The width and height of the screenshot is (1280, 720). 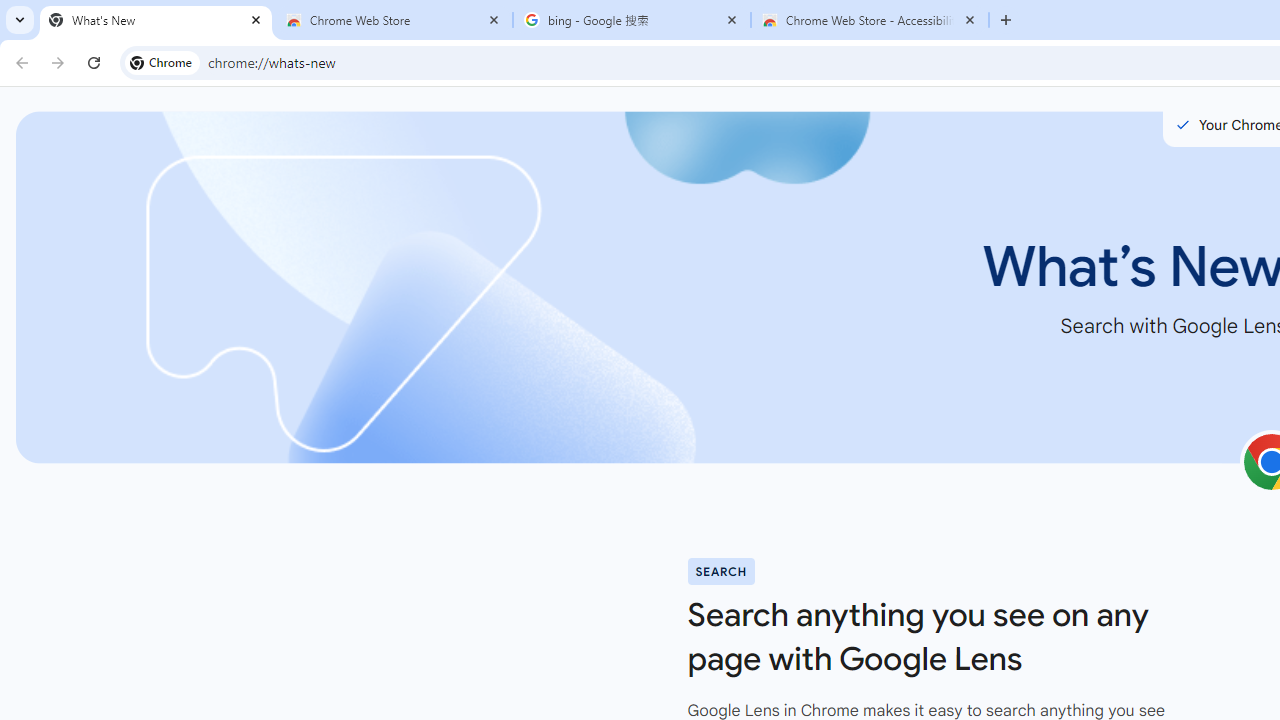 What do you see at coordinates (155, 20) in the screenshot?
I see `'What'` at bounding box center [155, 20].